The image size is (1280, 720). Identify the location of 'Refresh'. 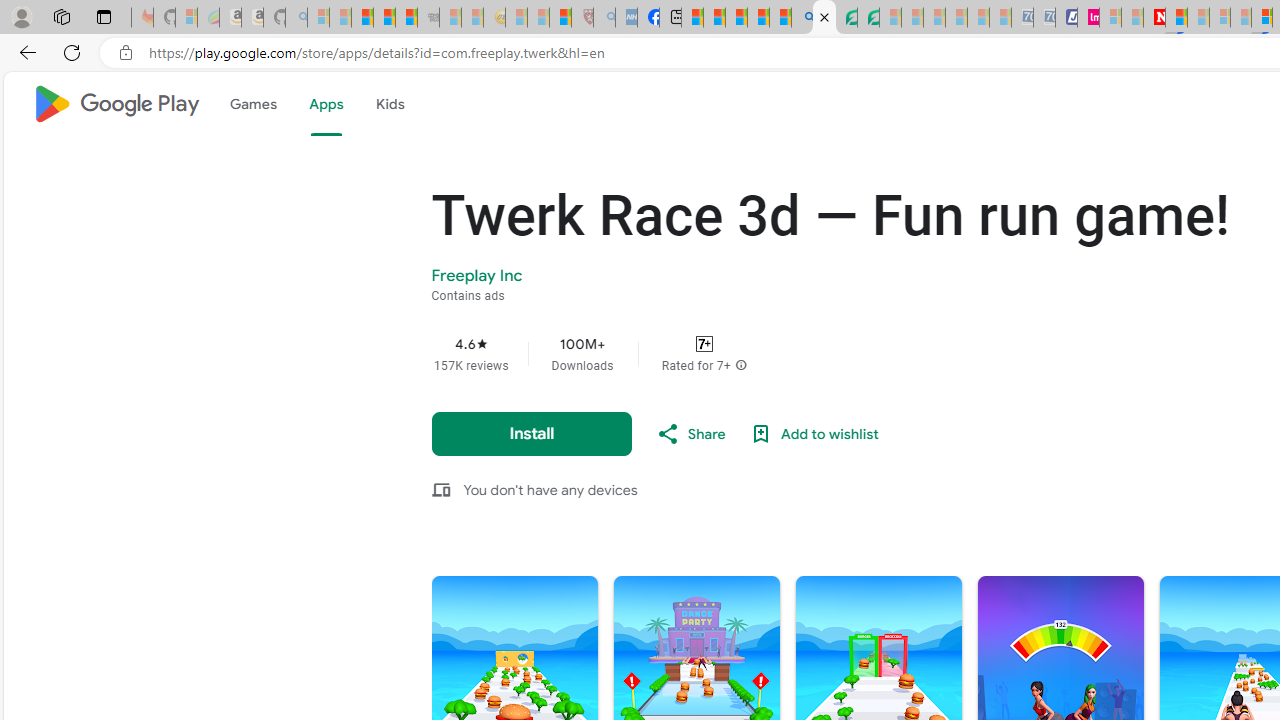
(72, 51).